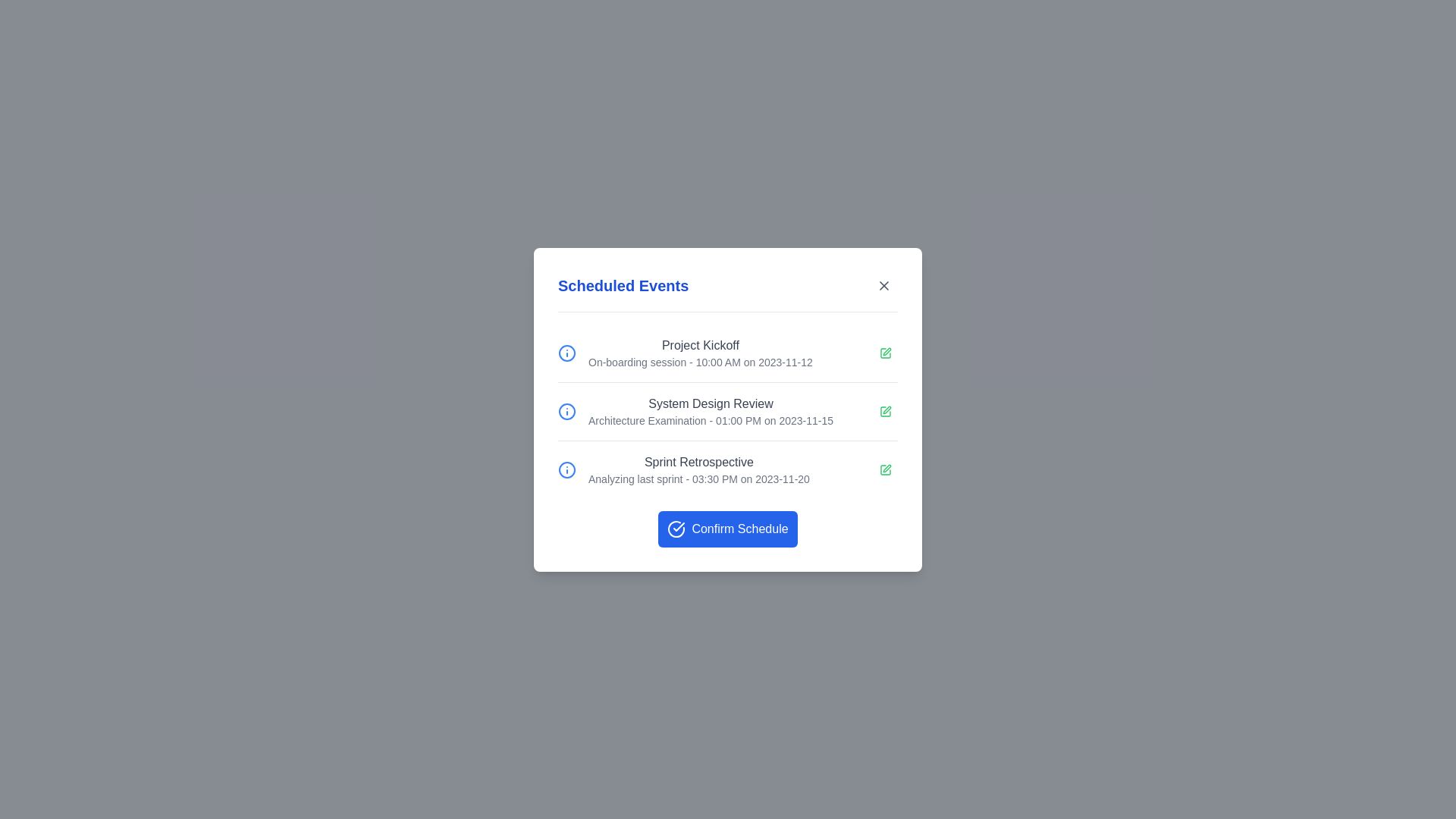 The width and height of the screenshot is (1456, 819). Describe the element at coordinates (885, 469) in the screenshot. I see `the interactive element Edit Button for Sprint Retrospective to observe its hover effect` at that location.